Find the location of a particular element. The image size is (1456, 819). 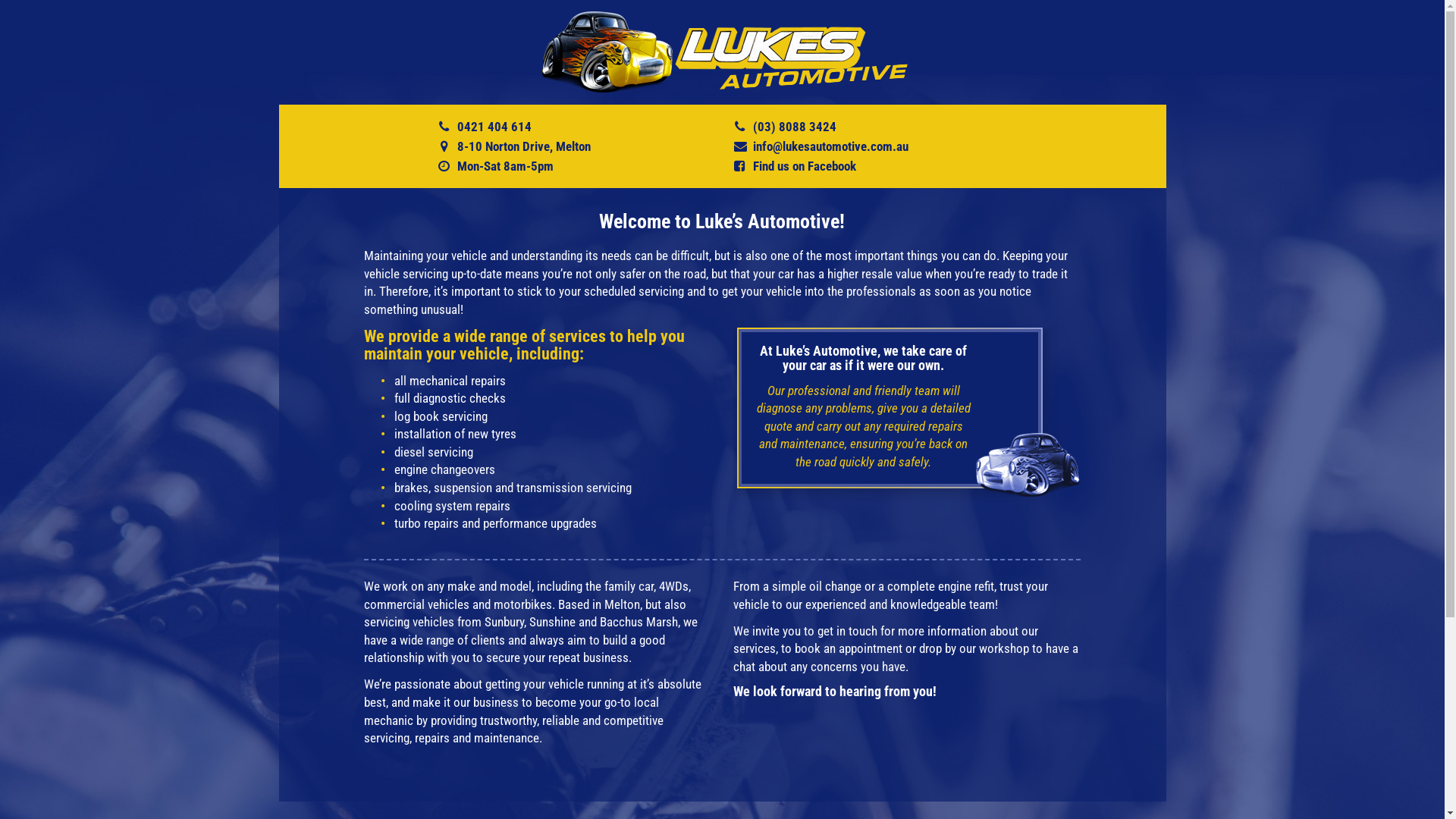

'8-10 Norton Drive, Melton' is located at coordinates (524, 146).